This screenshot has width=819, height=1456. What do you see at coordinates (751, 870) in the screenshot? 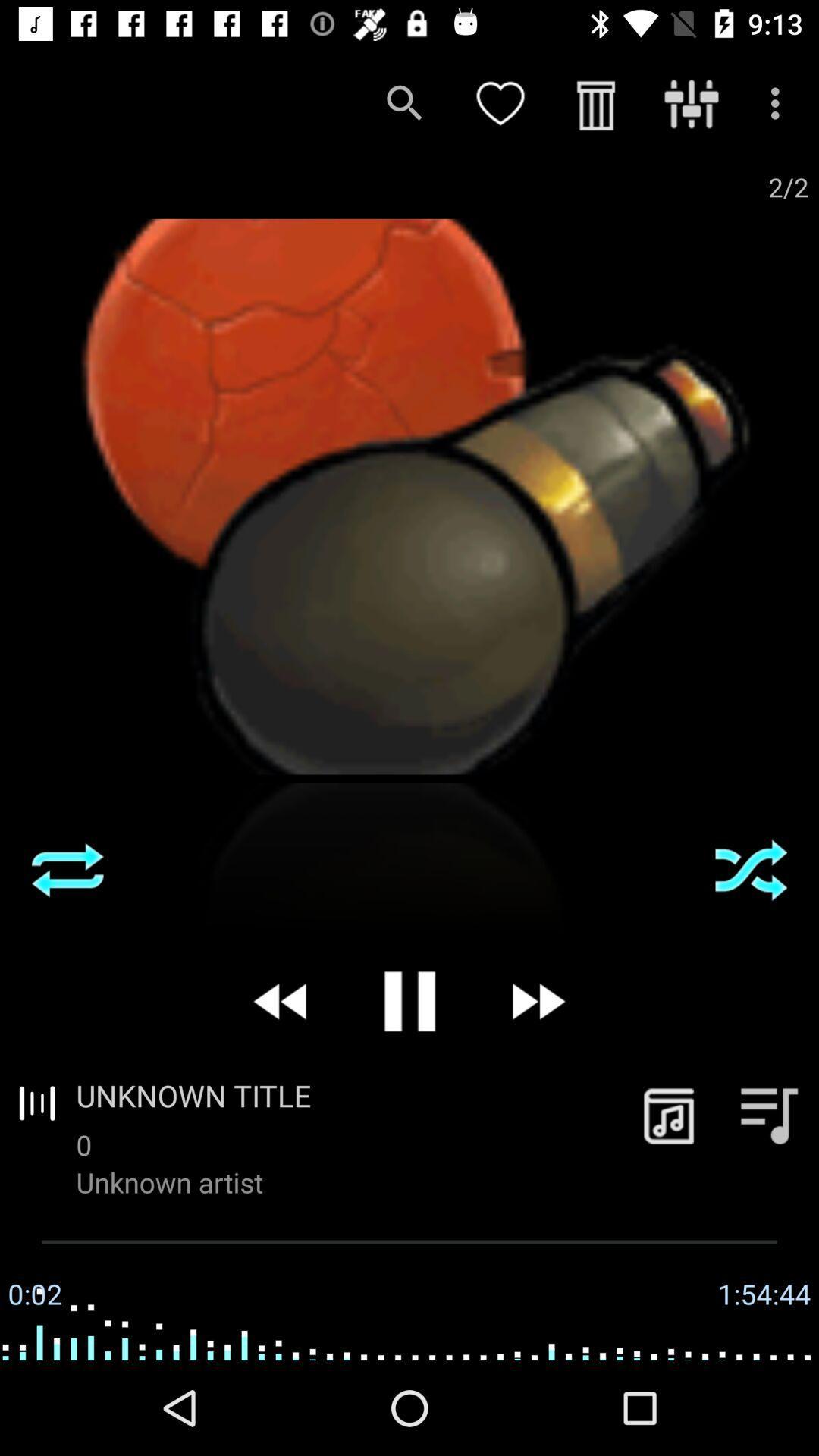
I see `shuffle` at bounding box center [751, 870].